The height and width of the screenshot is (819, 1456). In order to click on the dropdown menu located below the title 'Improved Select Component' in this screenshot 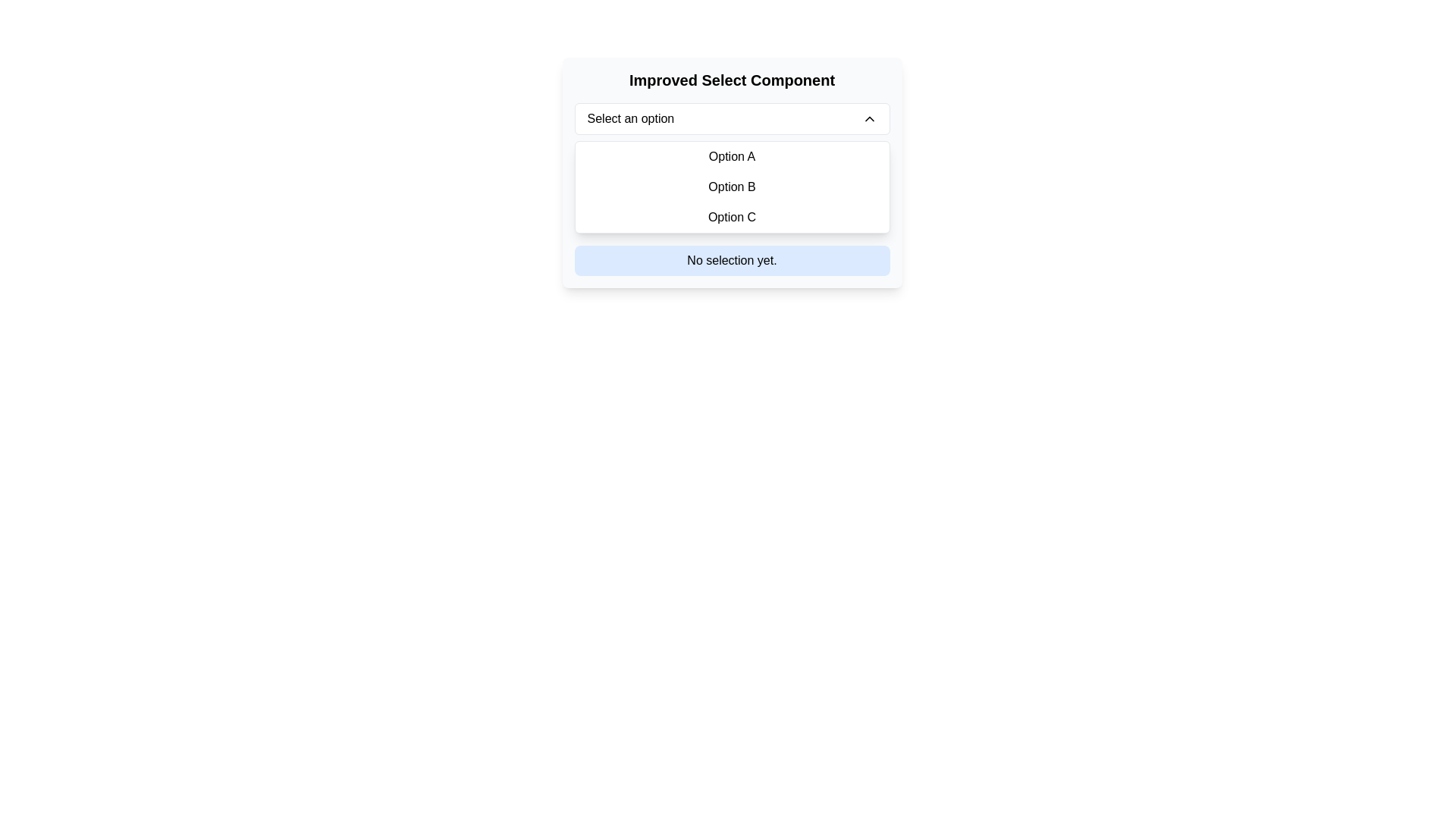, I will do `click(732, 168)`.